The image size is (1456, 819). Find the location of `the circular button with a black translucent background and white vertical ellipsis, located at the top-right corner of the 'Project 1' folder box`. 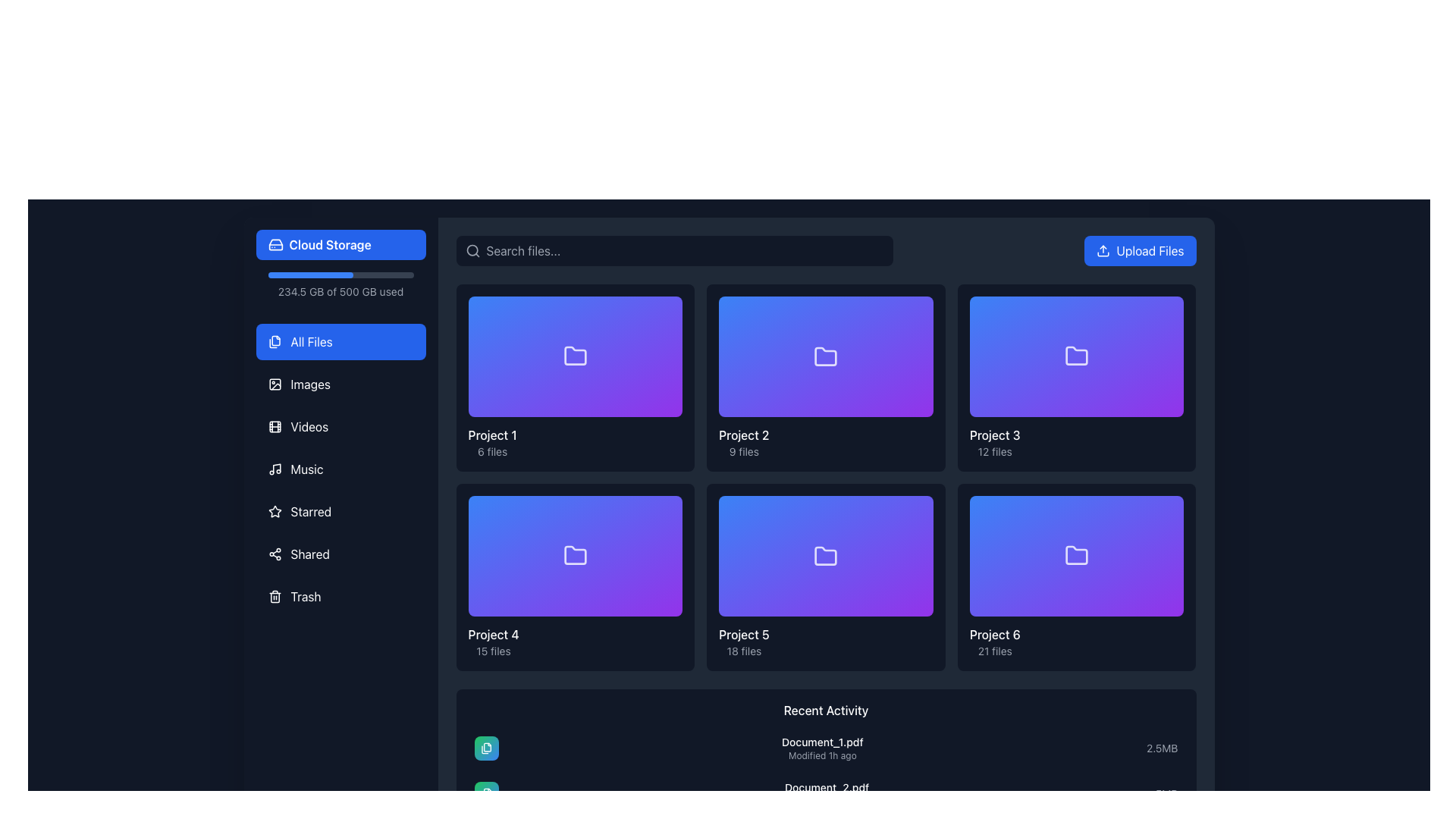

the circular button with a black translucent background and white vertical ellipsis, located at the top-right corner of the 'Project 1' folder box is located at coordinates (667, 311).